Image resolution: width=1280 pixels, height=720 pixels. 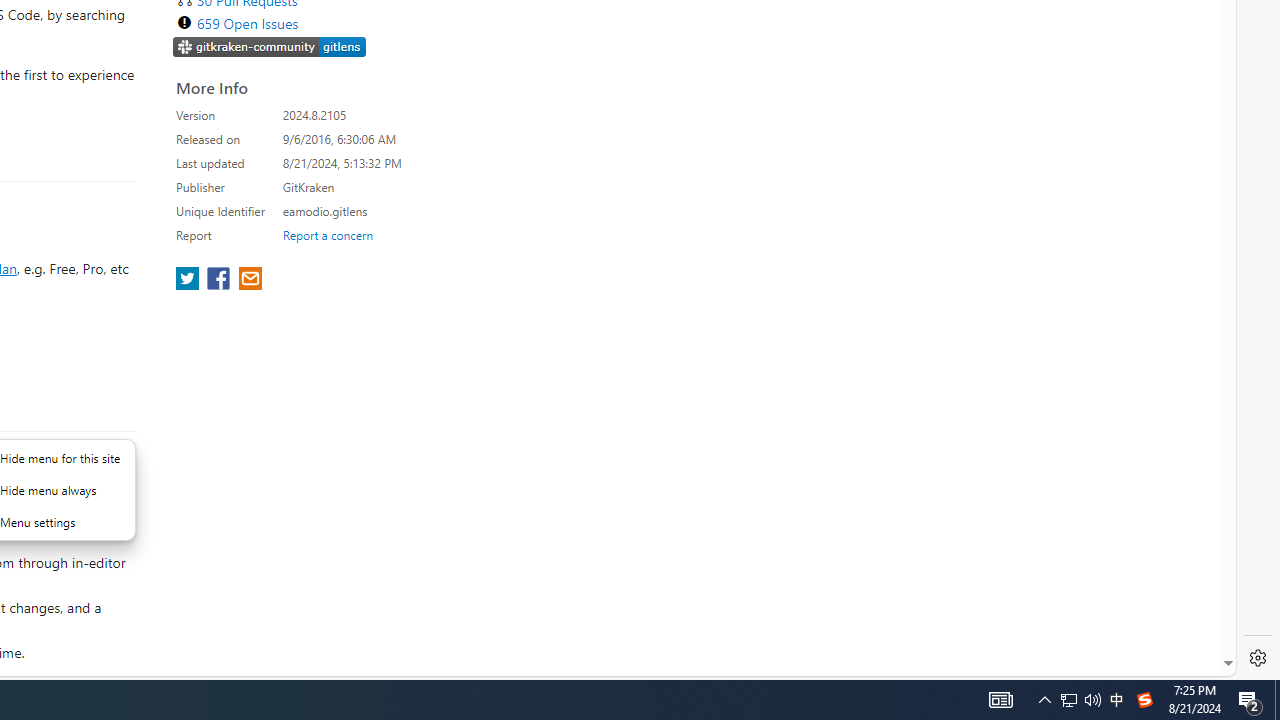 What do you see at coordinates (220, 280) in the screenshot?
I see `'share extension on facebook'` at bounding box center [220, 280].